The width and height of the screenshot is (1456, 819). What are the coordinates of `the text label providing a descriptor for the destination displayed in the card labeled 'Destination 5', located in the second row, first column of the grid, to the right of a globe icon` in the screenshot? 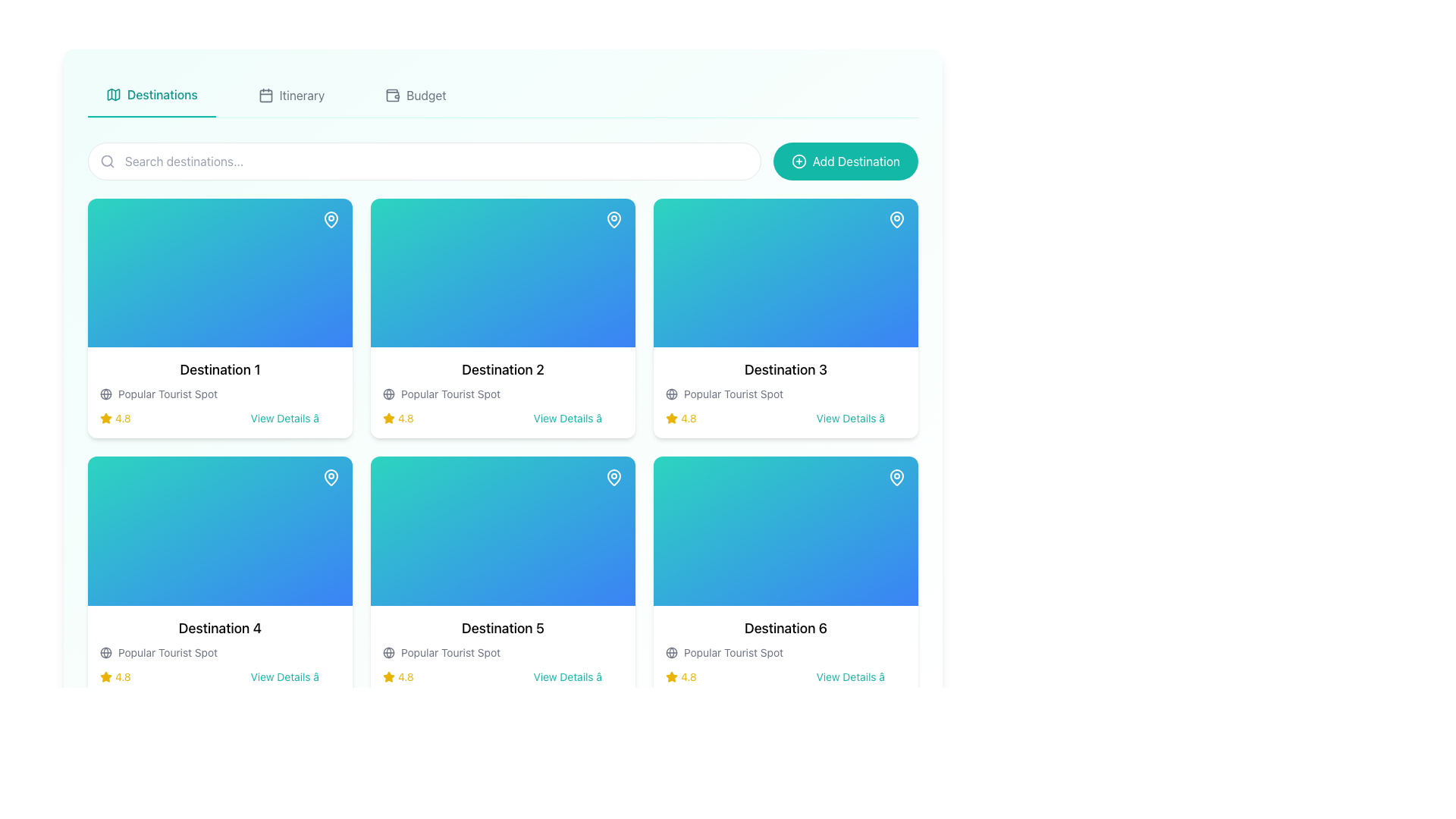 It's located at (450, 651).